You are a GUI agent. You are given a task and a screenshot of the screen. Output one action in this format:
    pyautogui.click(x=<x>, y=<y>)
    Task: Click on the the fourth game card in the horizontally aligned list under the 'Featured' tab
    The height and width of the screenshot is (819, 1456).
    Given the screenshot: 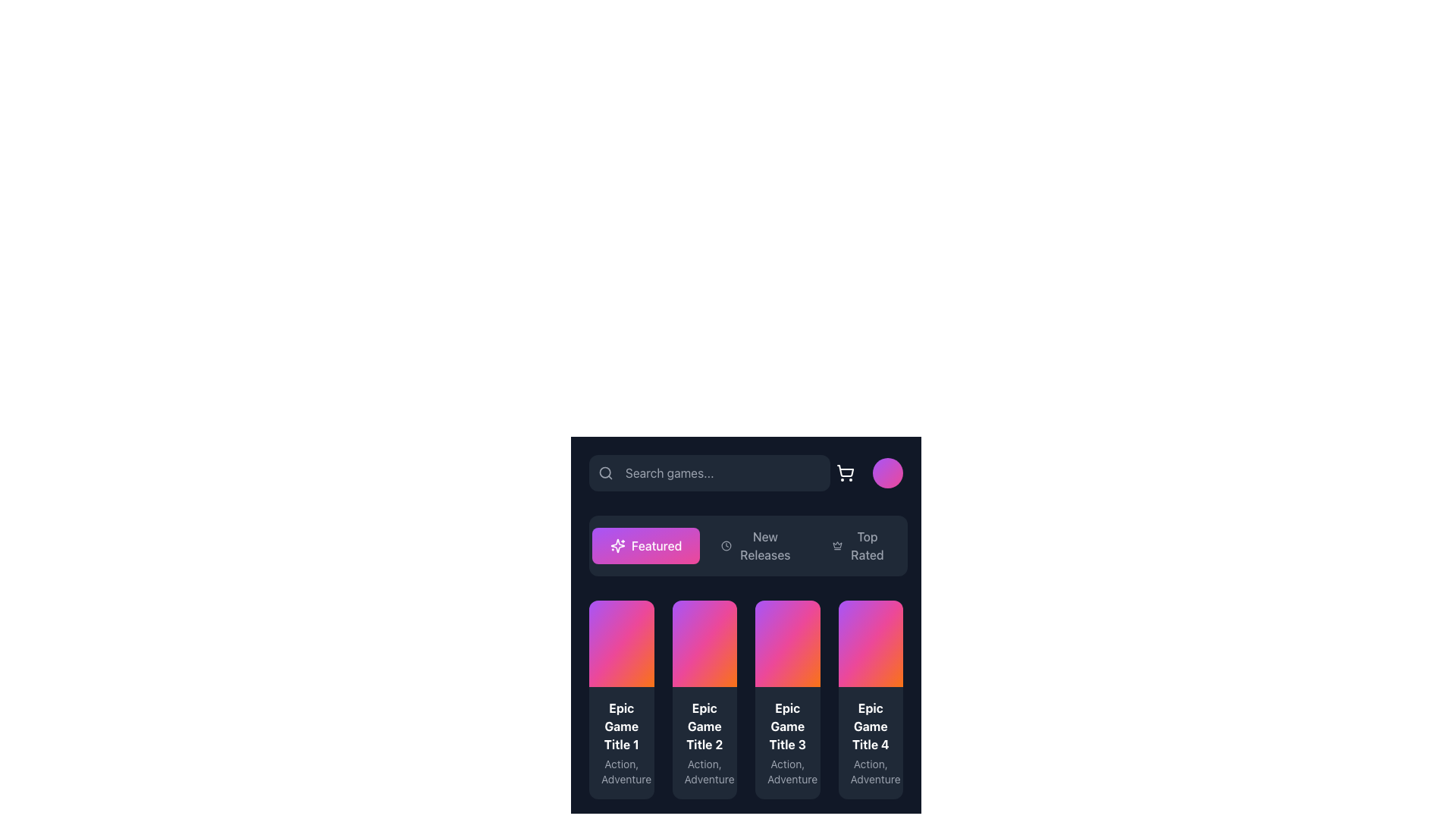 What is the action you would take?
    pyautogui.click(x=871, y=704)
    